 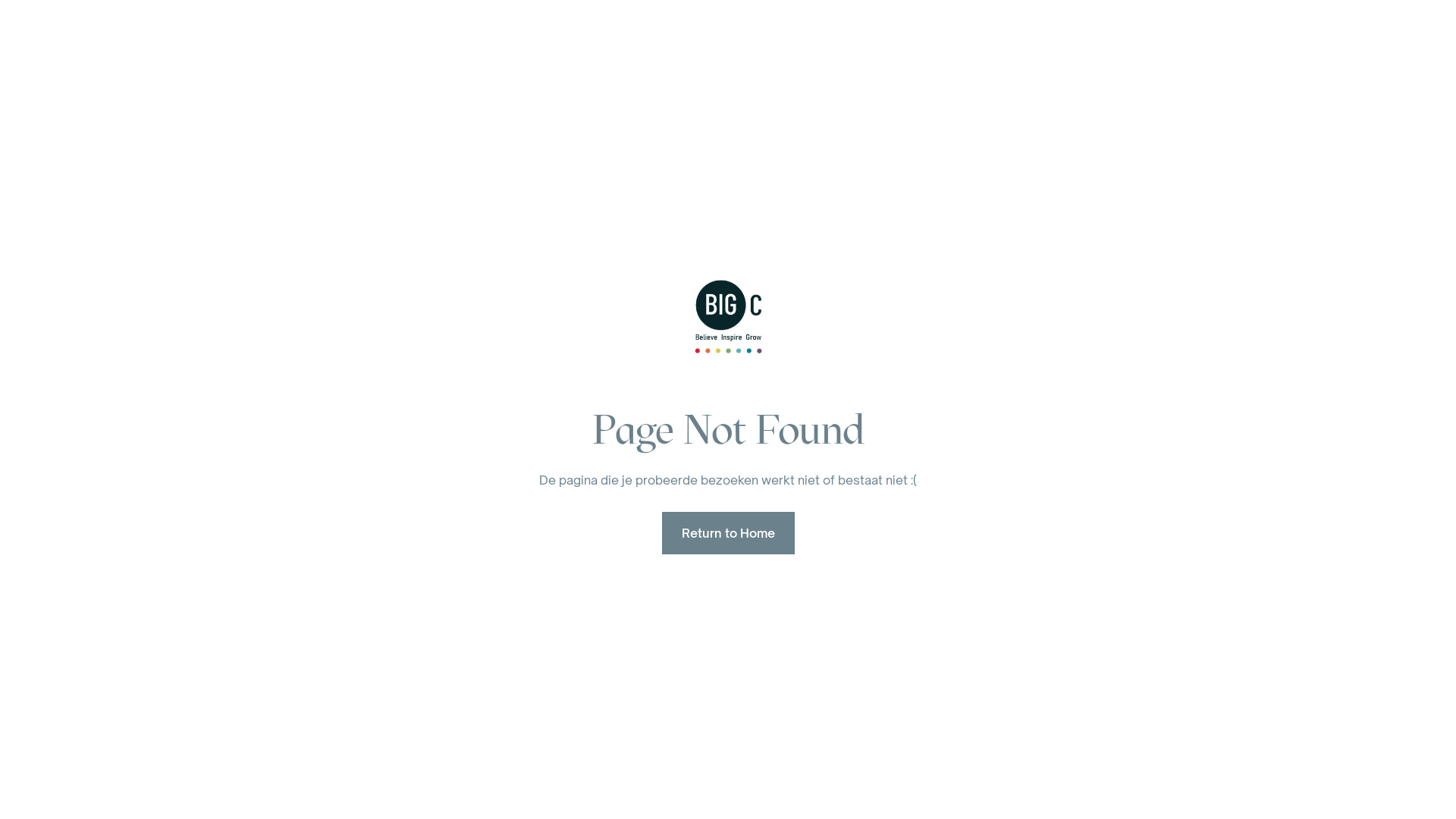 What do you see at coordinates (726, 532) in the screenshot?
I see `'Return to Home'` at bounding box center [726, 532].